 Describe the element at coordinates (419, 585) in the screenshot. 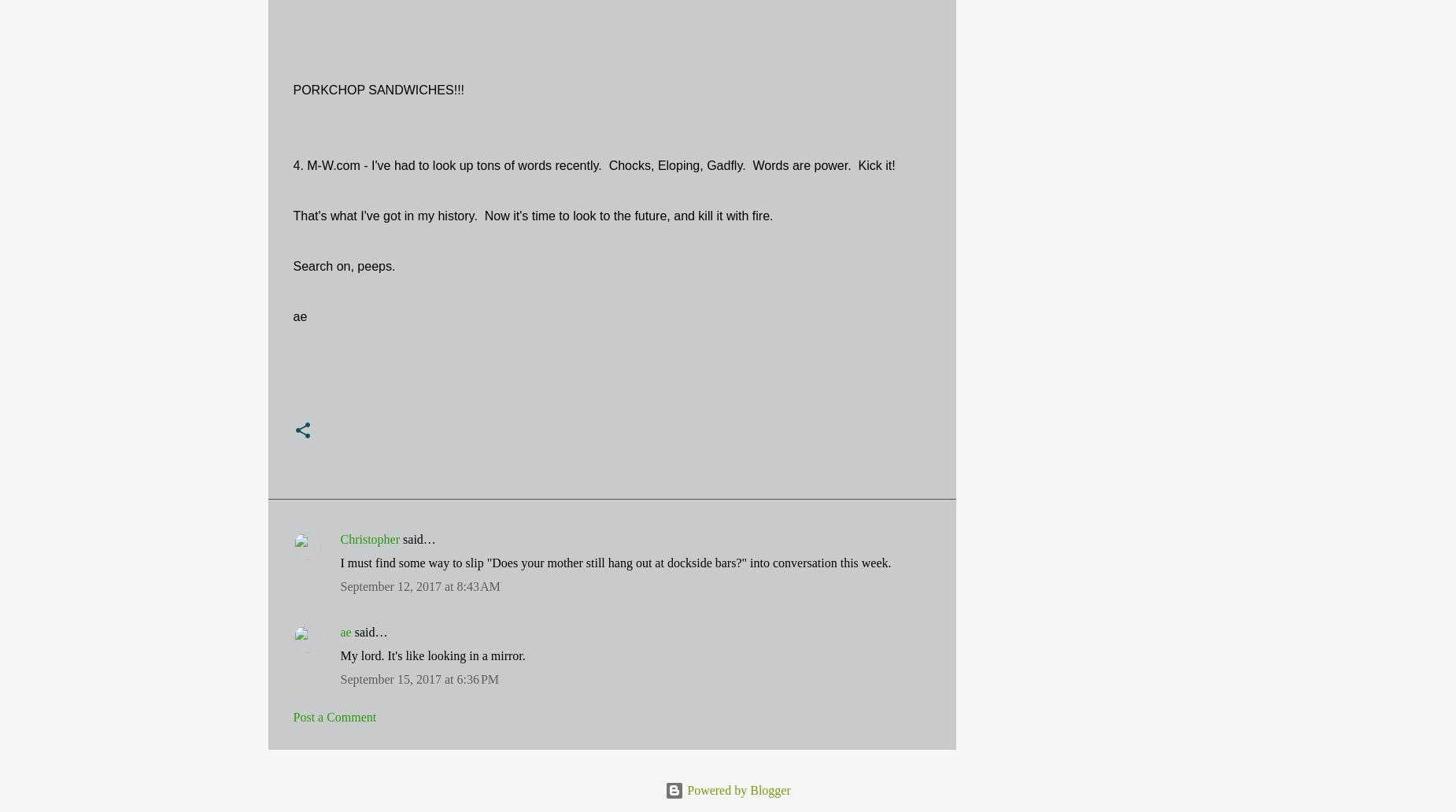

I see `'September 12, 2017 at 8:43 AM'` at that location.